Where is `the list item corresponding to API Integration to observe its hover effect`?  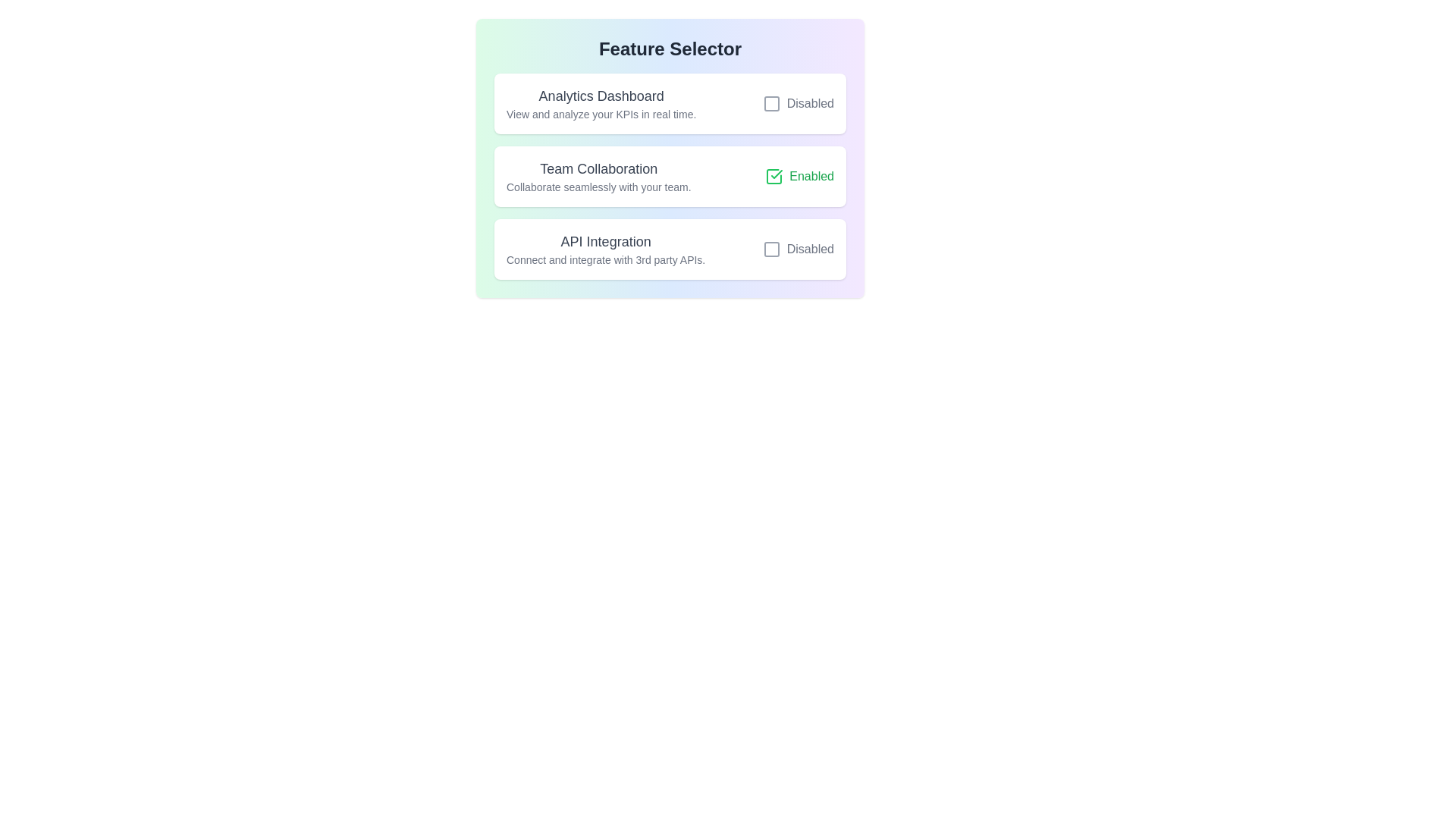 the list item corresponding to API Integration to observe its hover effect is located at coordinates (669, 248).